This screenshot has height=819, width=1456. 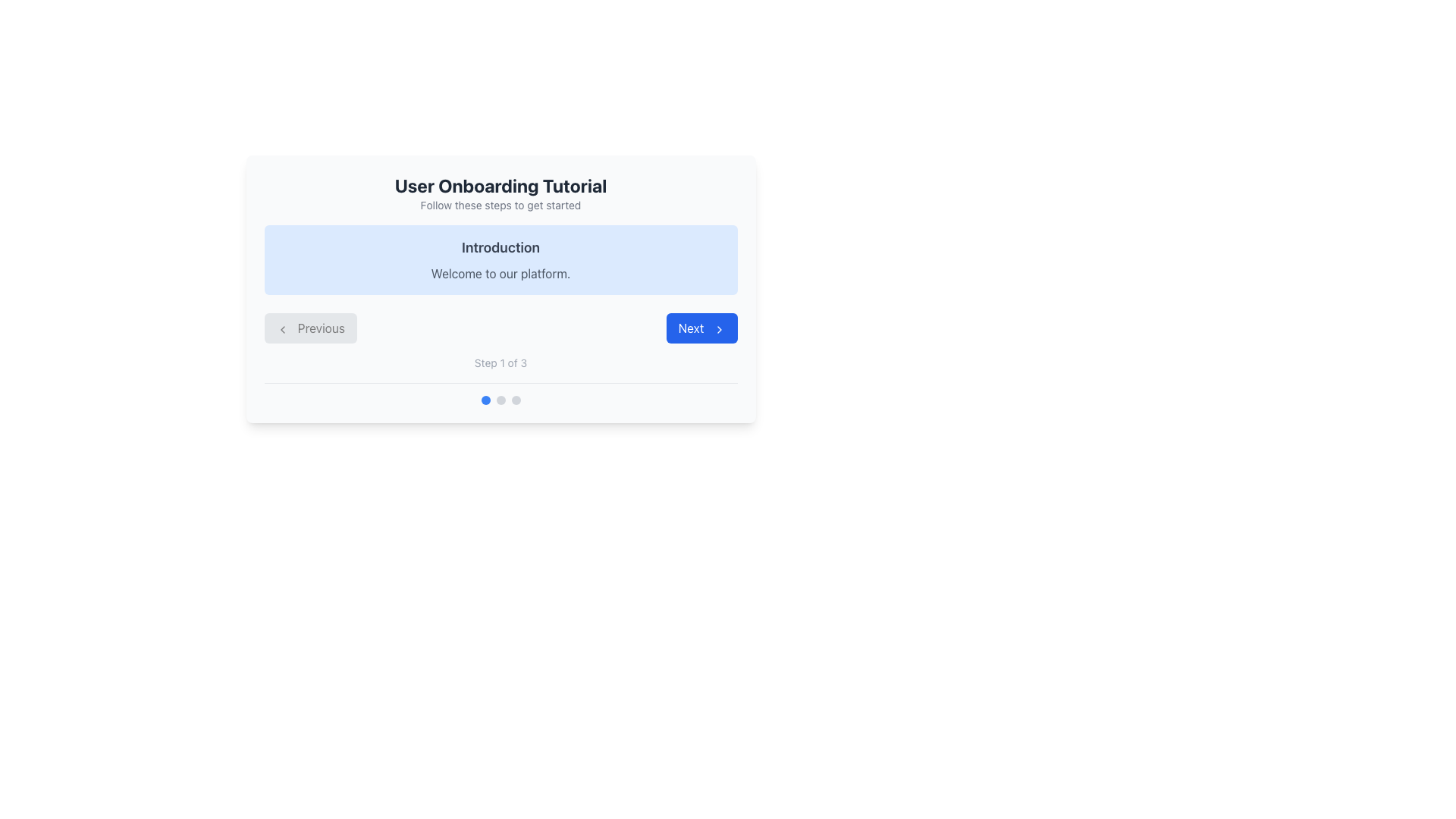 I want to click on the 'Next' button with a blue background and white text, located in the lower right corner of the onboarding tutorial modal to observe any hover-specific styling effects, so click(x=701, y=327).